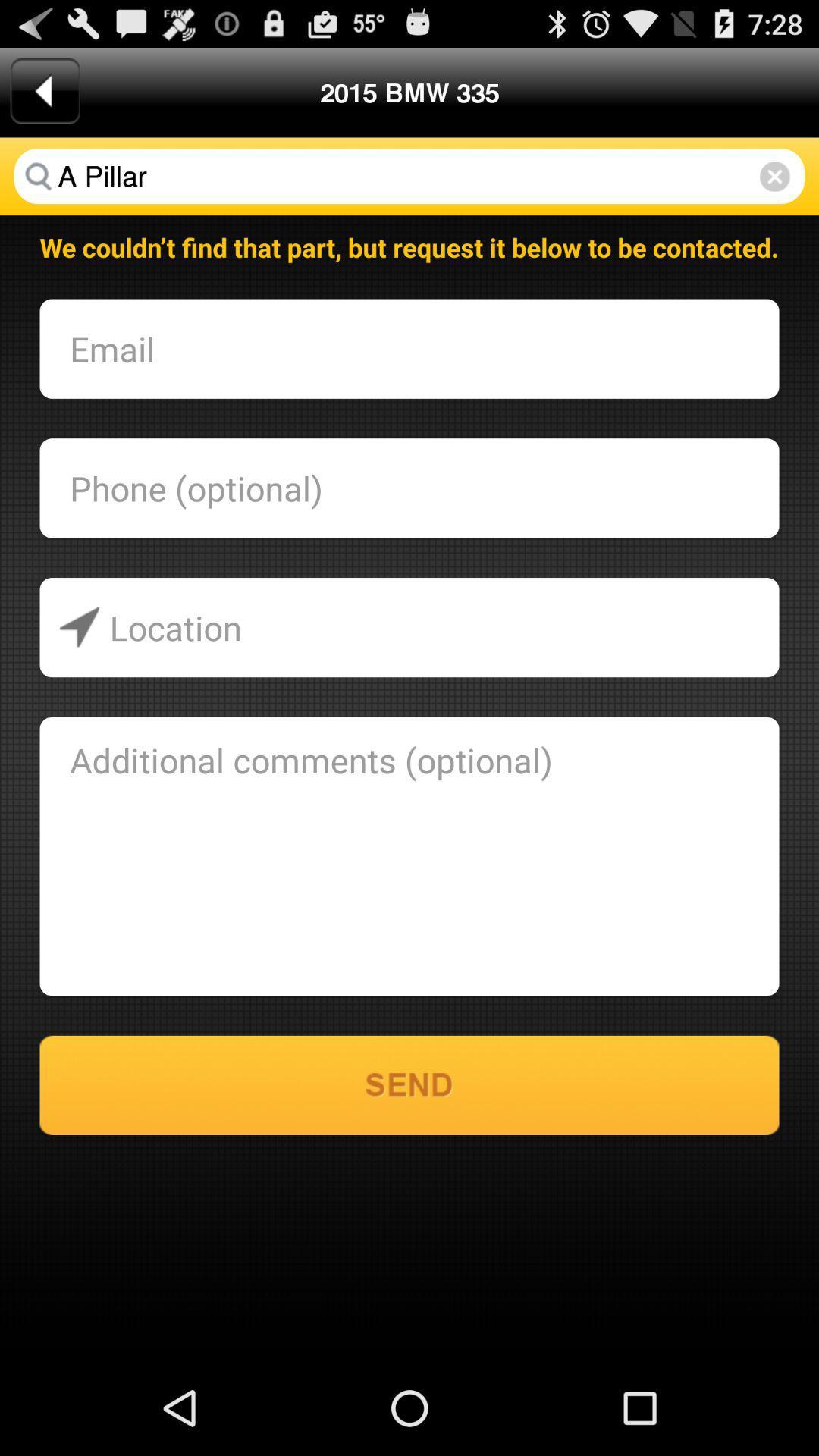 The image size is (819, 1456). I want to click on the item above we couldn t icon, so click(409, 176).